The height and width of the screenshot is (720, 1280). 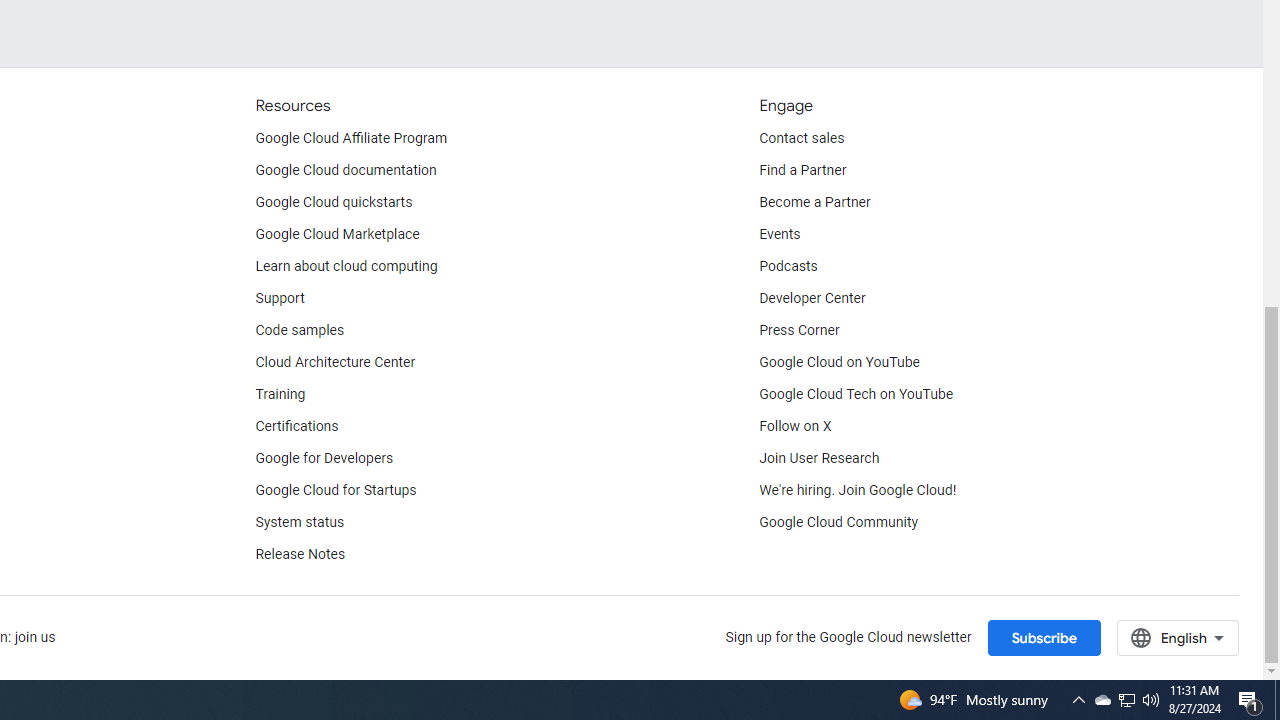 I want to click on 'System status', so click(x=299, y=522).